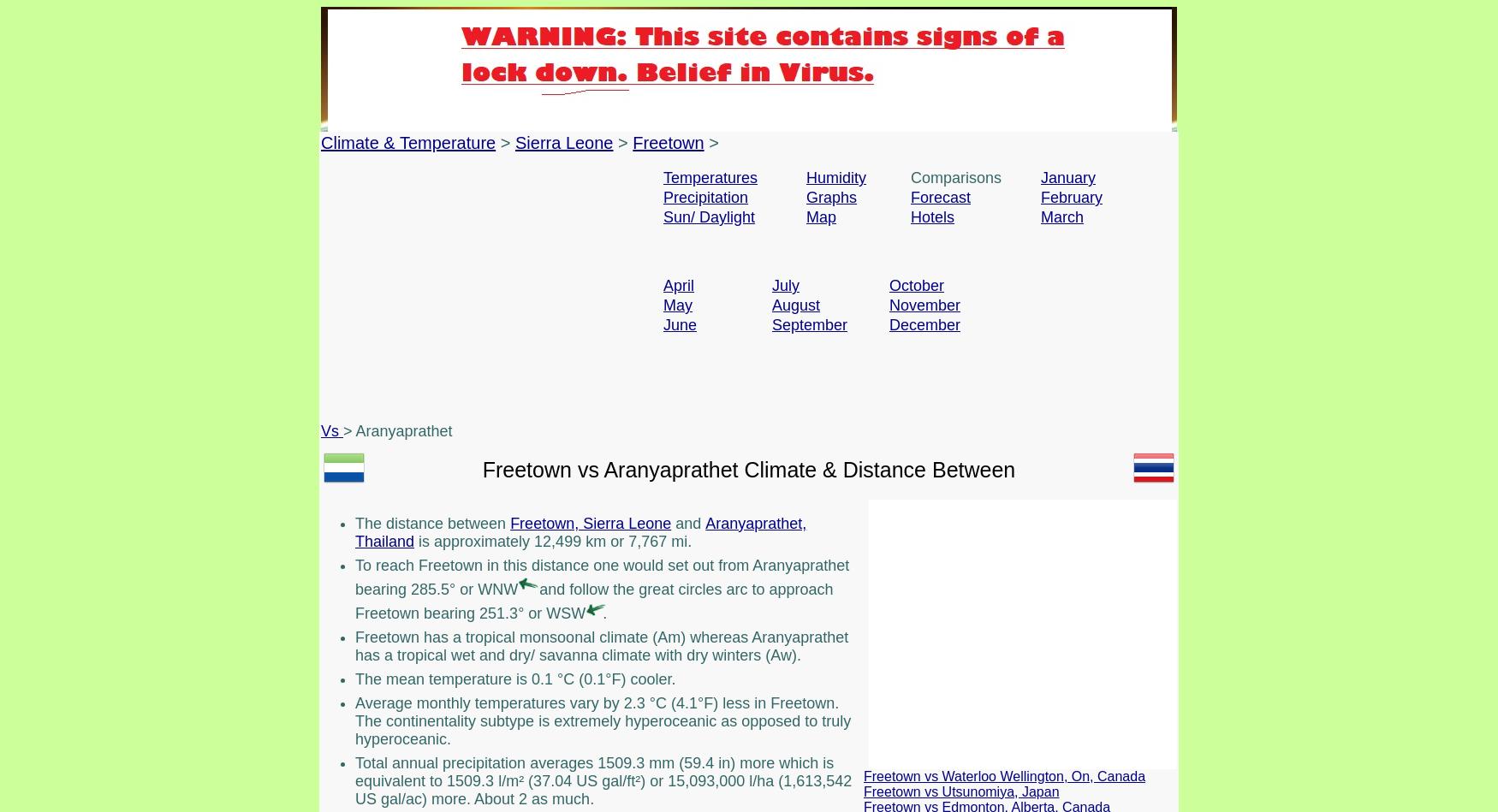 The image size is (1498, 812). Describe the element at coordinates (1067, 177) in the screenshot. I see `'January'` at that location.